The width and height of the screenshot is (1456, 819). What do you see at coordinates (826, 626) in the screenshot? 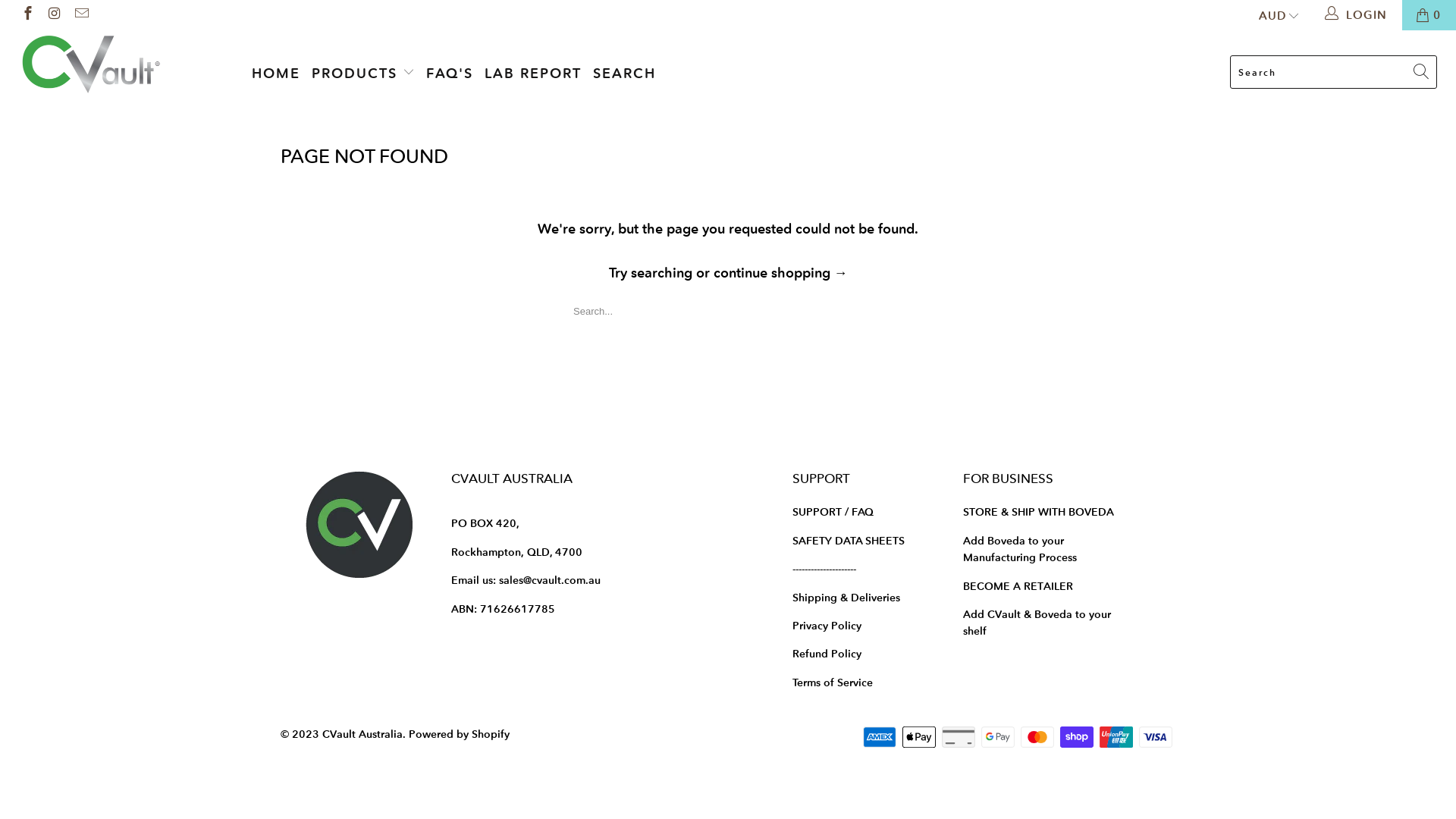
I see `'Privacy Policy'` at bounding box center [826, 626].